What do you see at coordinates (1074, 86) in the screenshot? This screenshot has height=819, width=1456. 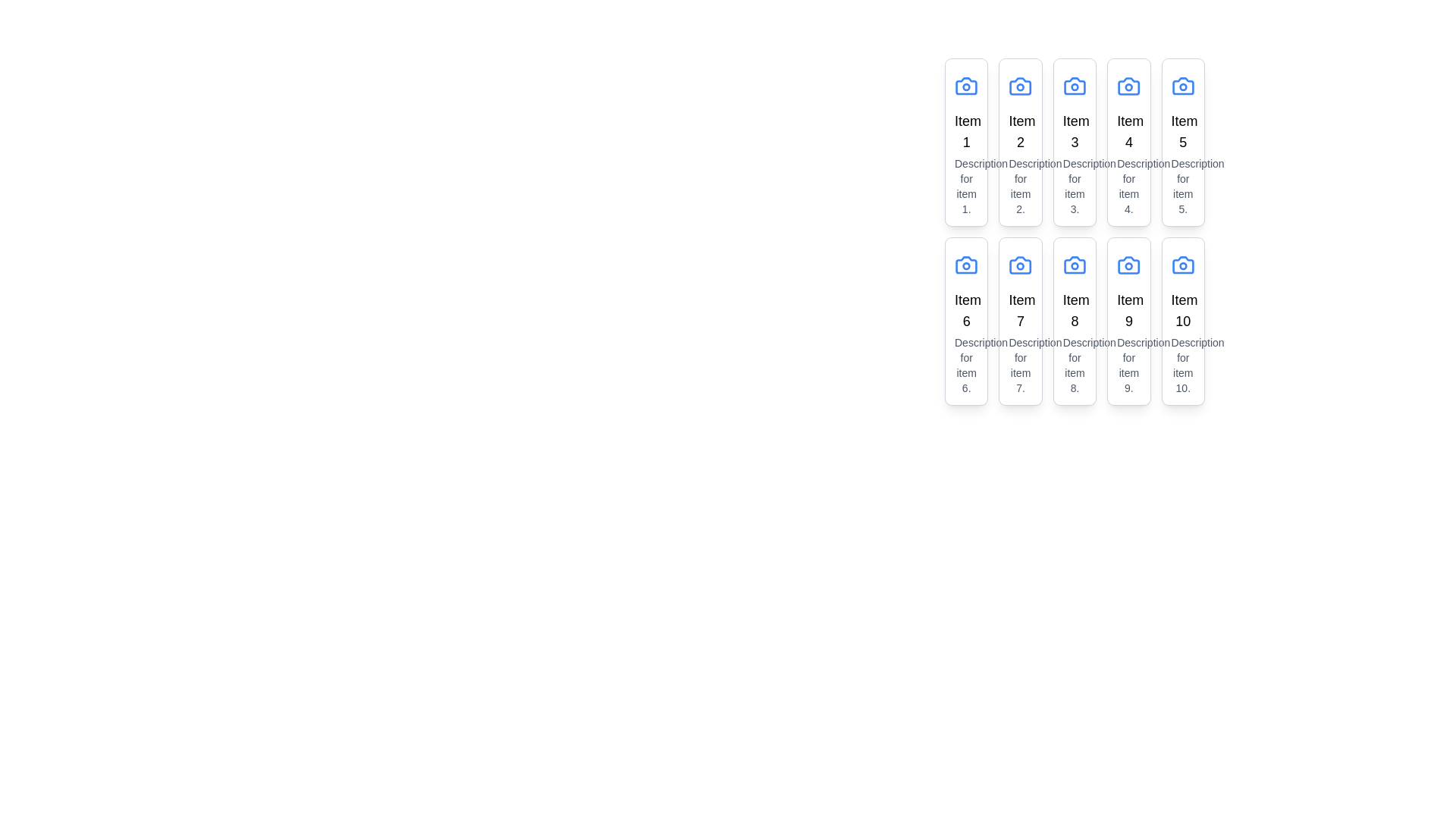 I see `the blue camera icon located at the top center of the 'Item 3' card` at bounding box center [1074, 86].